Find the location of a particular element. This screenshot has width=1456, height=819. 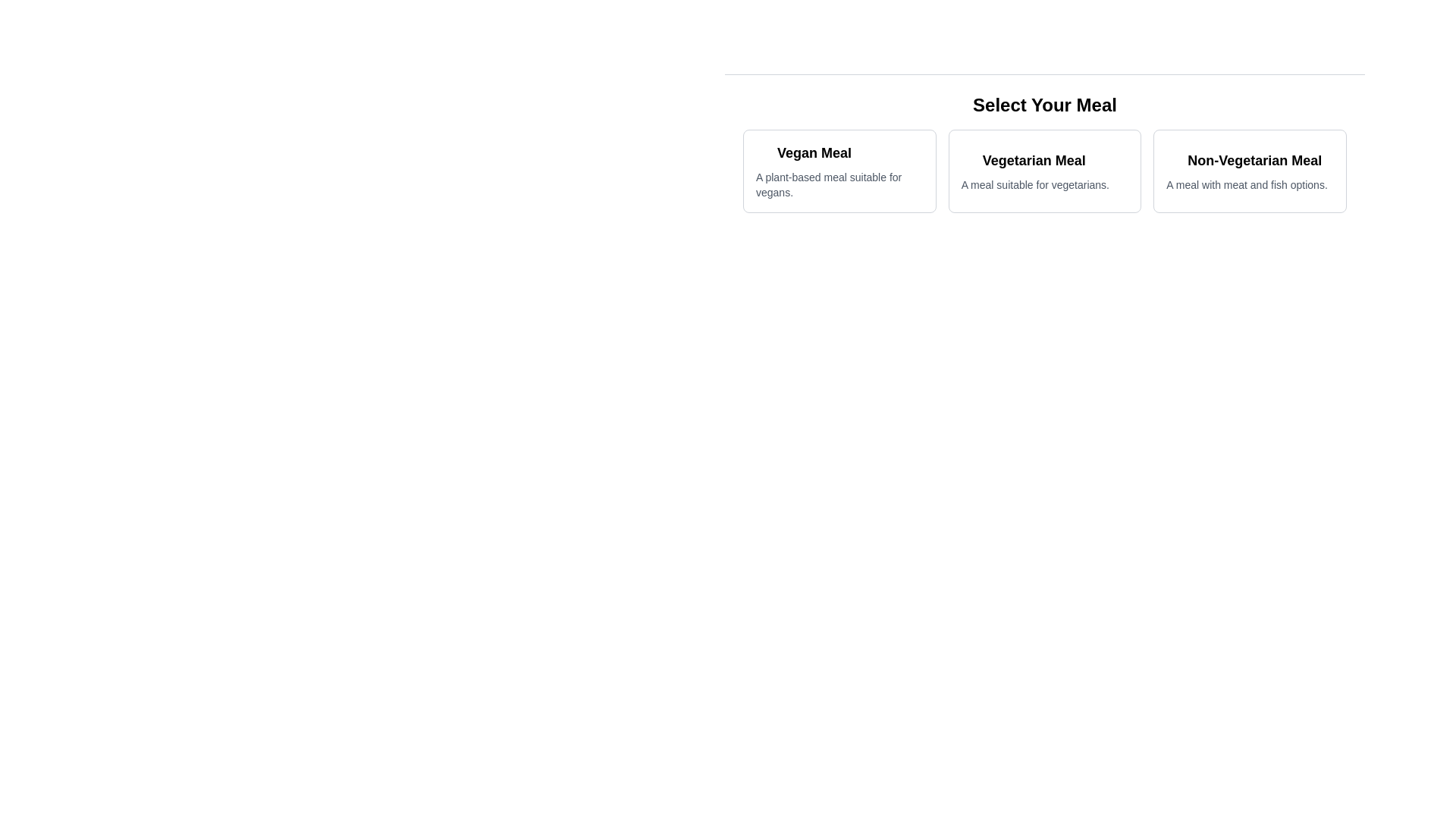

the text description displaying 'A meal with meat and fish options.' located beneath the 'Non-Vegetarian Meal' title in the third box of meal options is located at coordinates (1250, 184).